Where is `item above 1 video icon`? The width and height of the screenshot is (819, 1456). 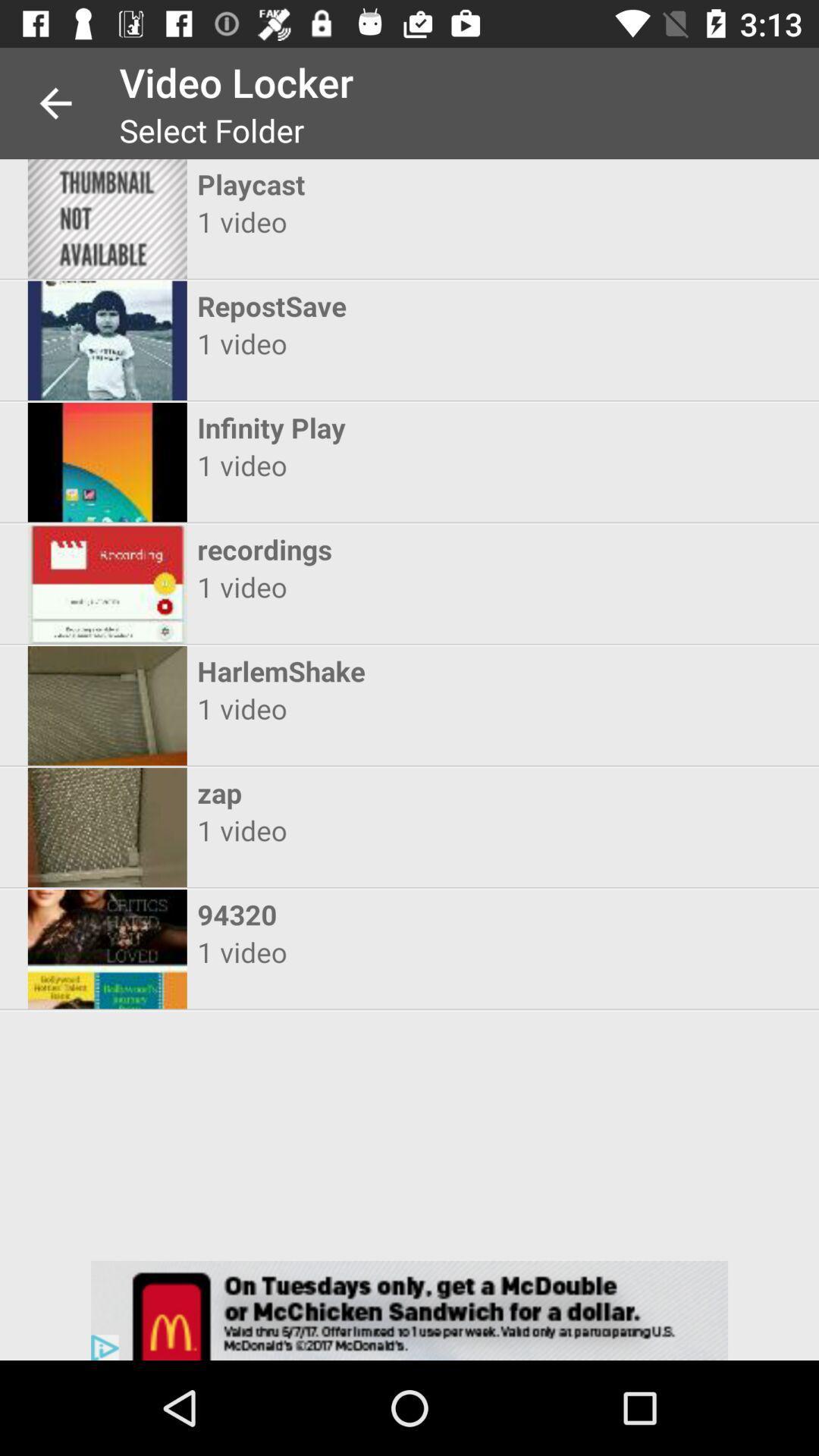
item above 1 video icon is located at coordinates (395, 670).